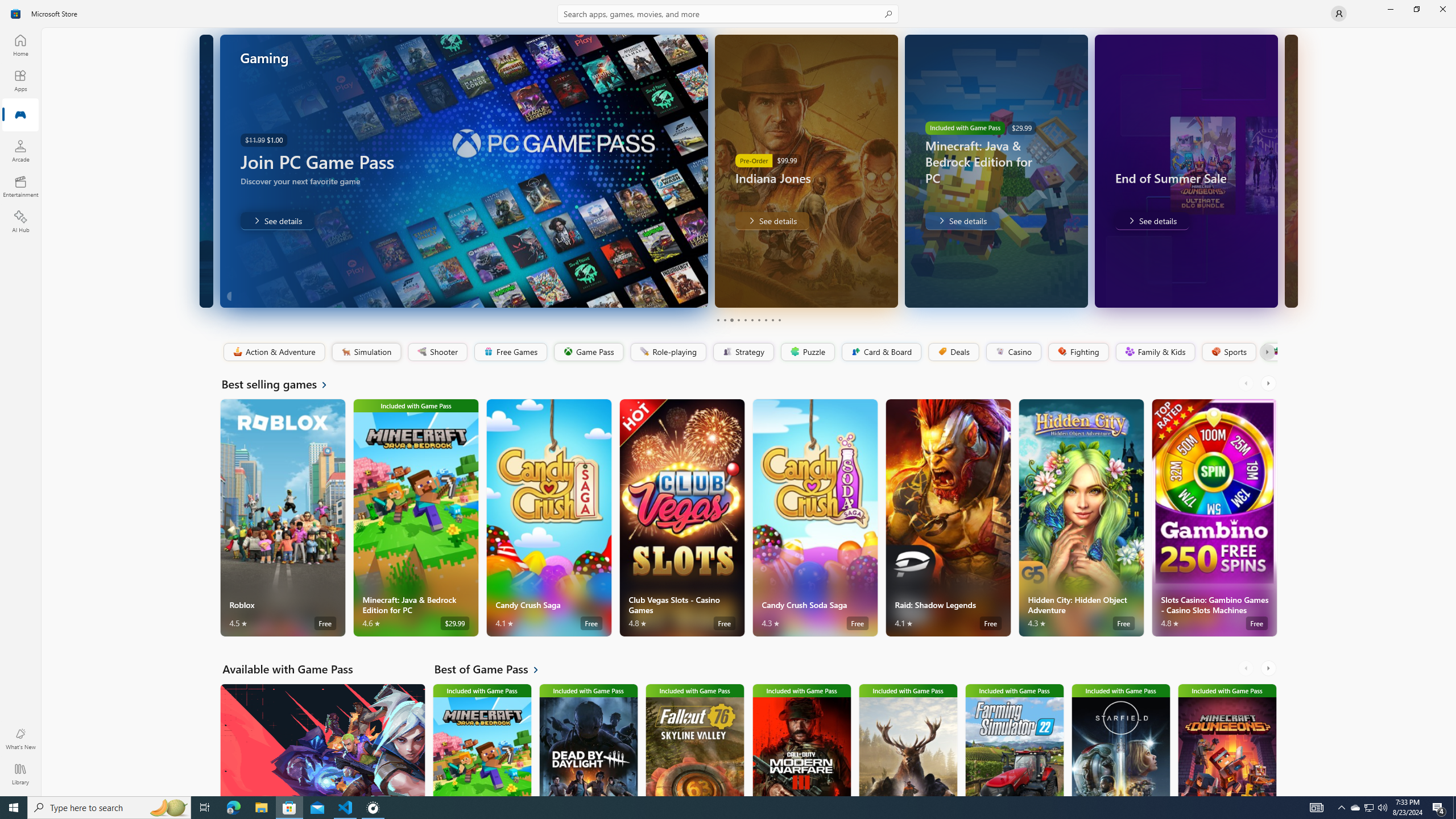 Image resolution: width=1456 pixels, height=819 pixels. What do you see at coordinates (728, 13) in the screenshot?
I see `'Search'` at bounding box center [728, 13].